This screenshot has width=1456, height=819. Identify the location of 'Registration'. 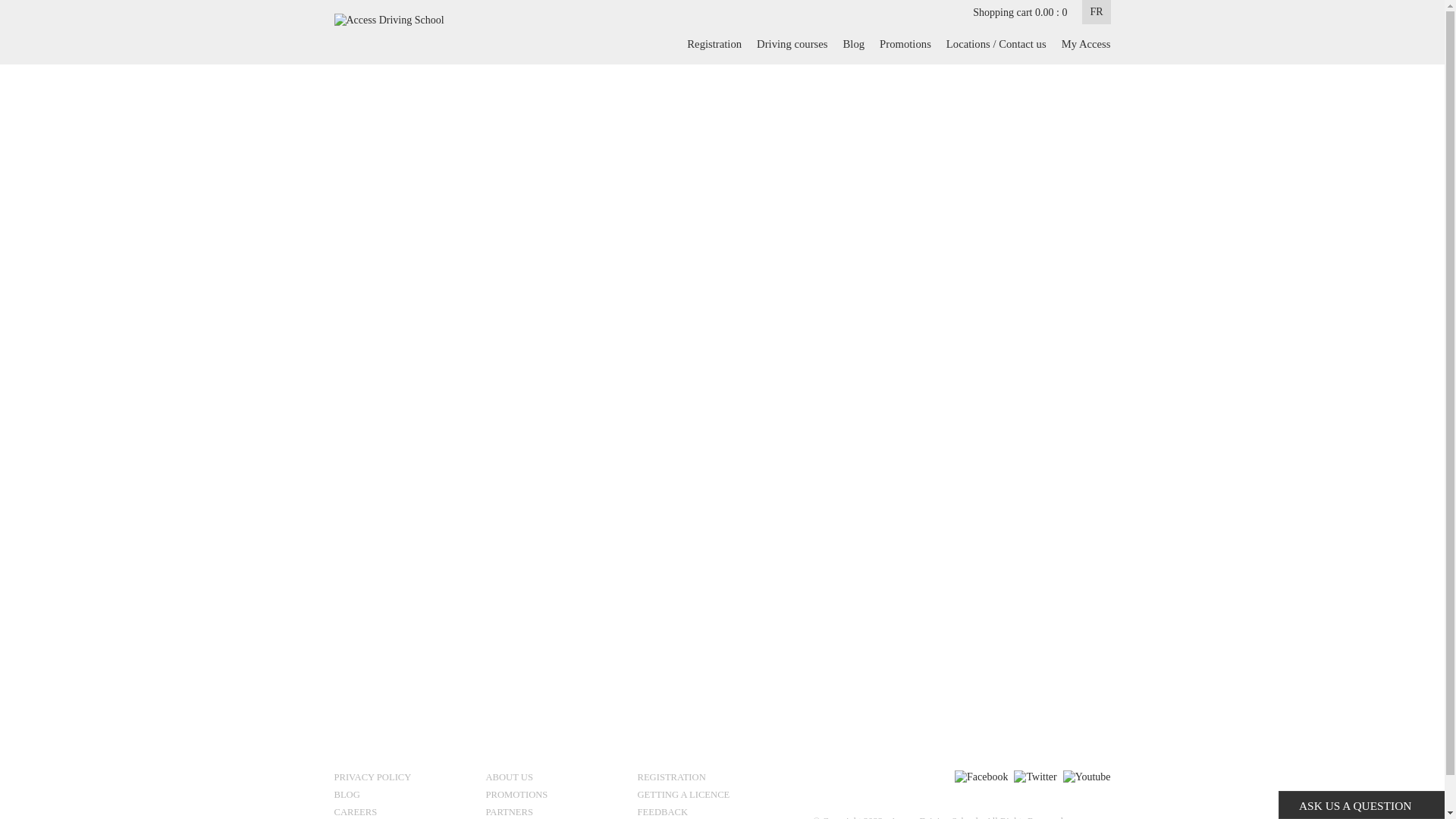
(713, 42).